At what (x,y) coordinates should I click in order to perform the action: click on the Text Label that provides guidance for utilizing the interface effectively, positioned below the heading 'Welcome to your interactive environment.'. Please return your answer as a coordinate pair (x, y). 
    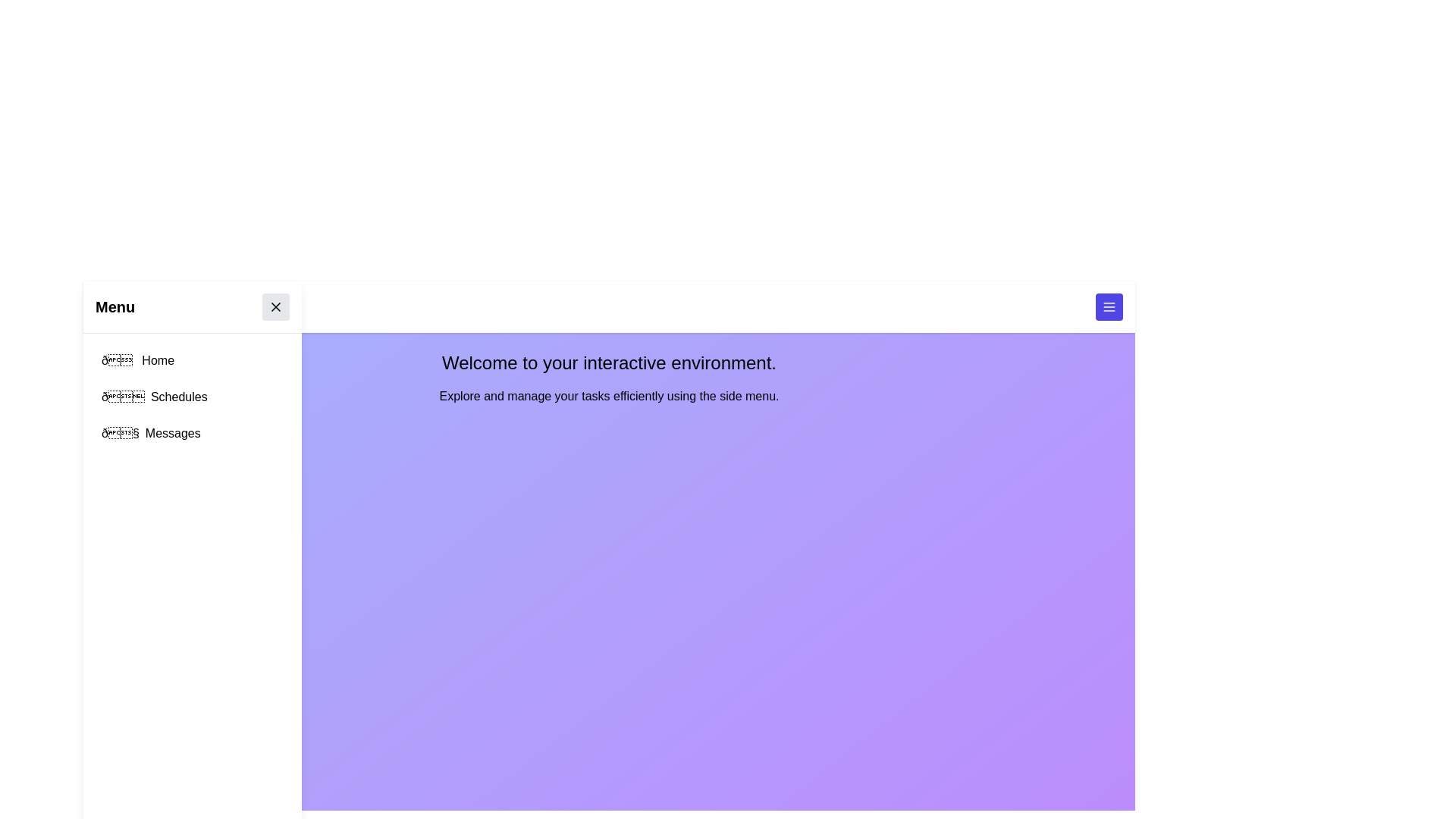
    Looking at the image, I should click on (609, 396).